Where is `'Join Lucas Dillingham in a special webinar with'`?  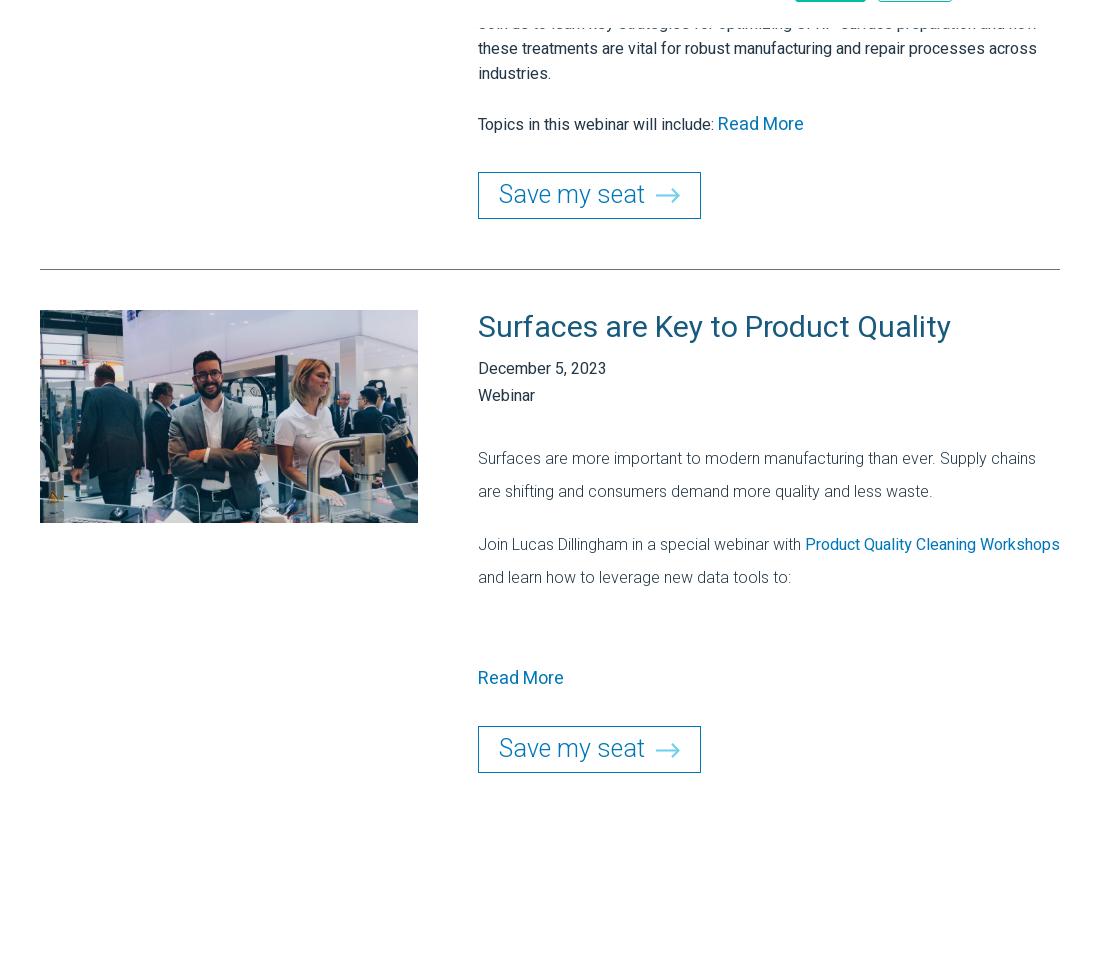 'Join Lucas Dillingham in a special webinar with' is located at coordinates (641, 545).